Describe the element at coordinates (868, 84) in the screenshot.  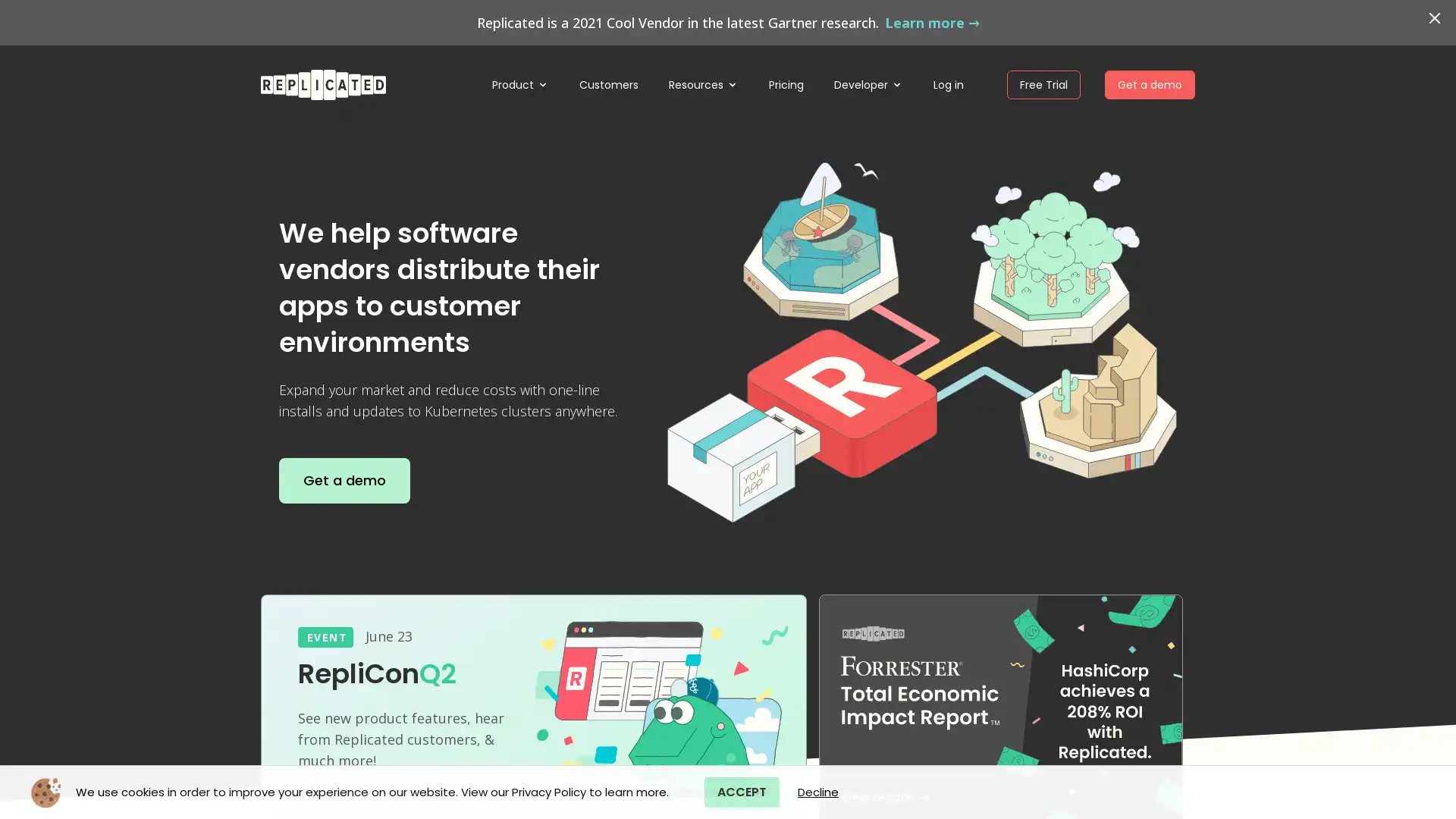
I see `Developer` at that location.